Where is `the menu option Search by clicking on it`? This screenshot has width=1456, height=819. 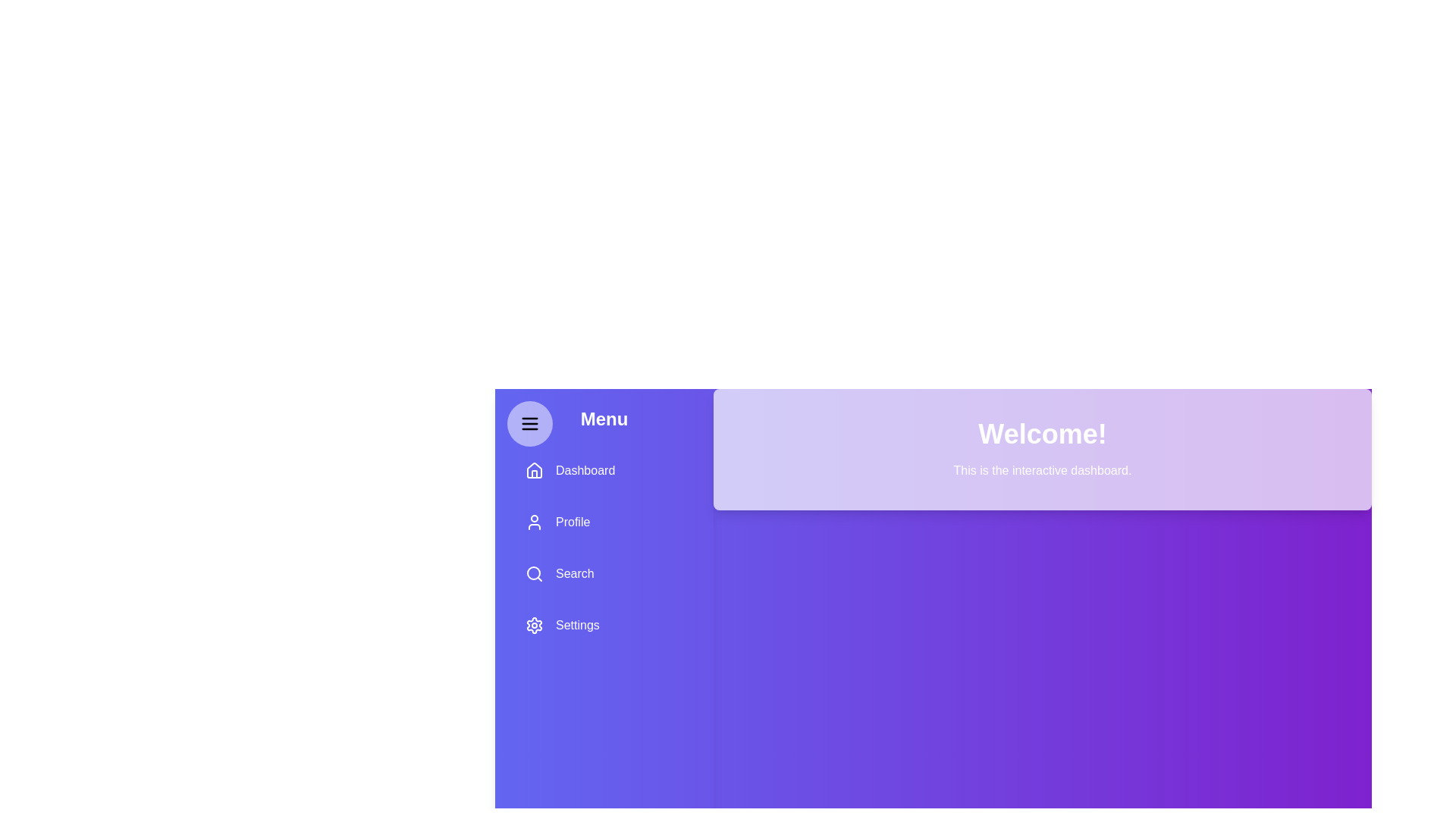
the menu option Search by clicking on it is located at coordinates (603, 573).